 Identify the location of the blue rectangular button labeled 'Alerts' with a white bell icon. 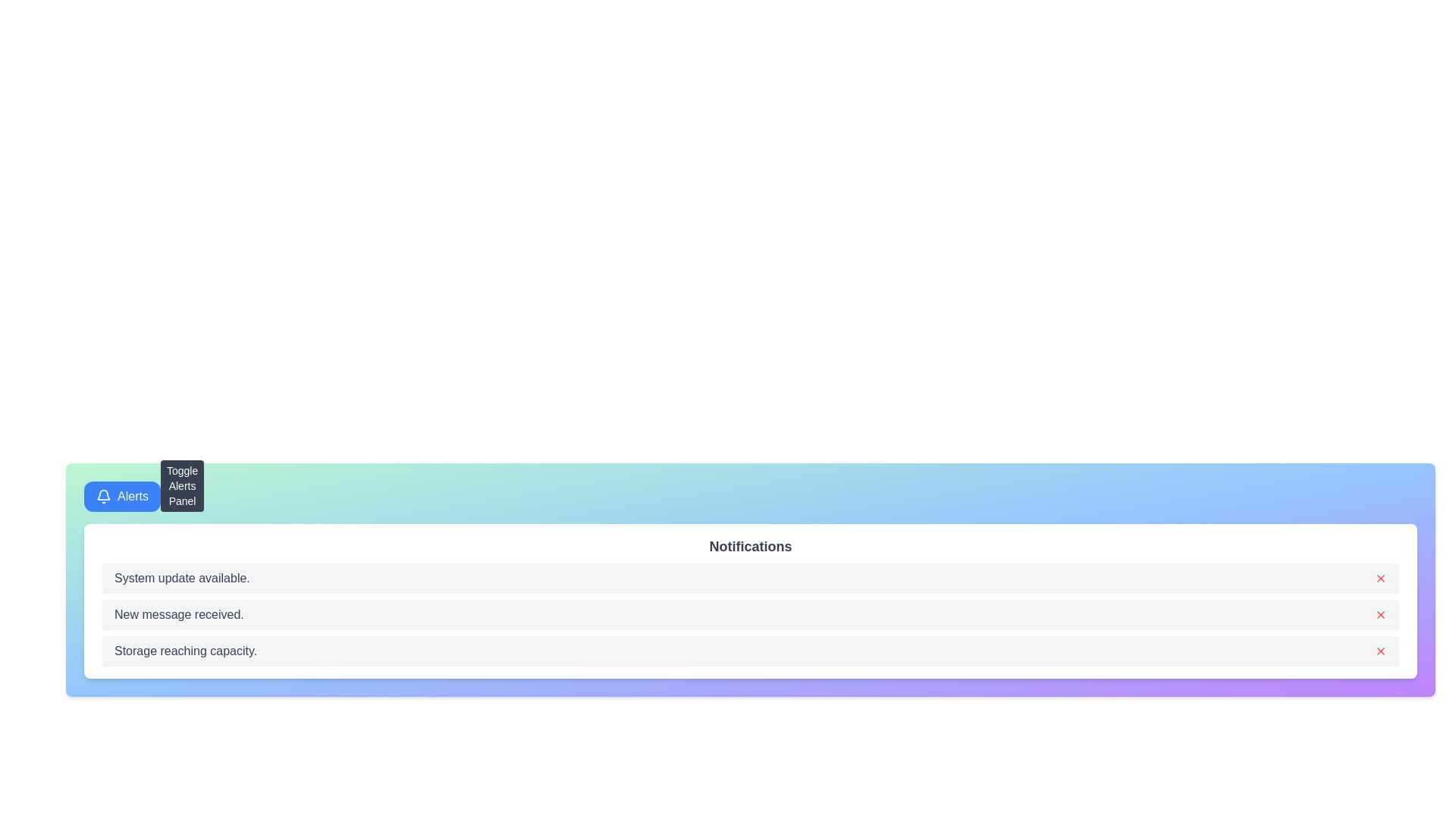
(122, 497).